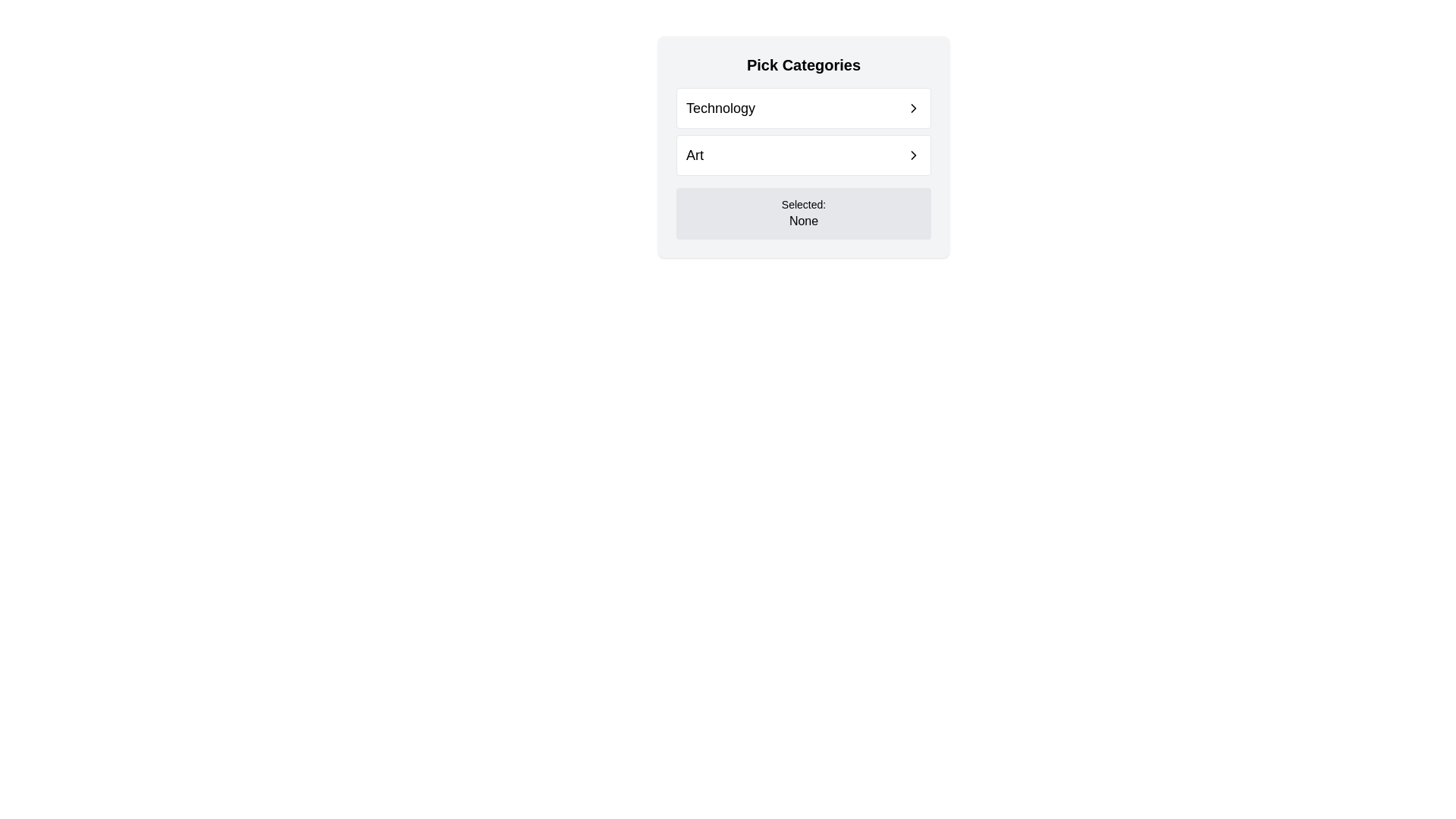  I want to click on the static text label located in the lower section of a light gray panel with rounded corners, which indicates the currently selected category or item and is horizontally centered above the text 'None', so click(803, 205).